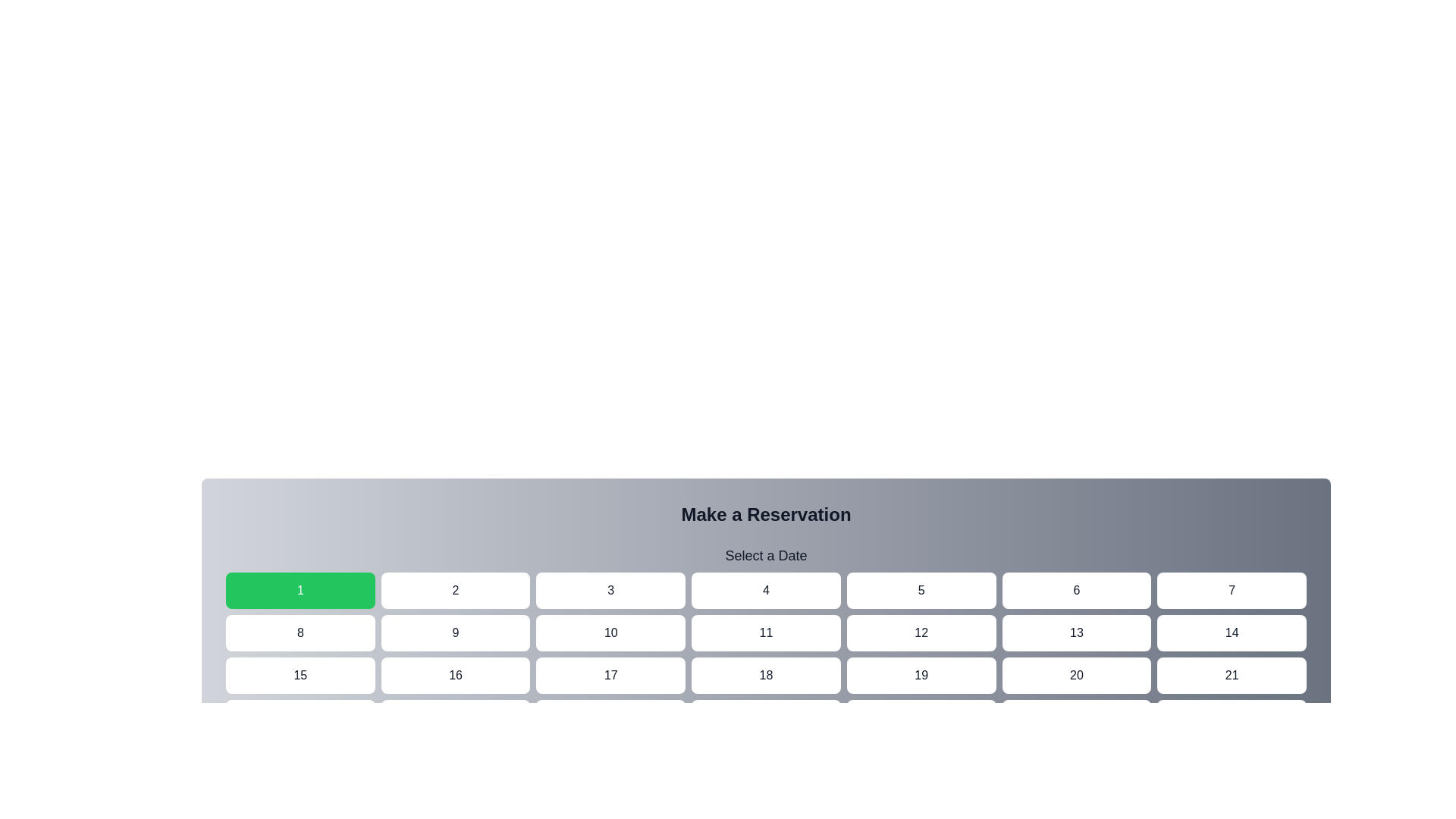 This screenshot has width=1456, height=819. I want to click on the interactive button in the seventh column of the fourth row, so click(1232, 675).